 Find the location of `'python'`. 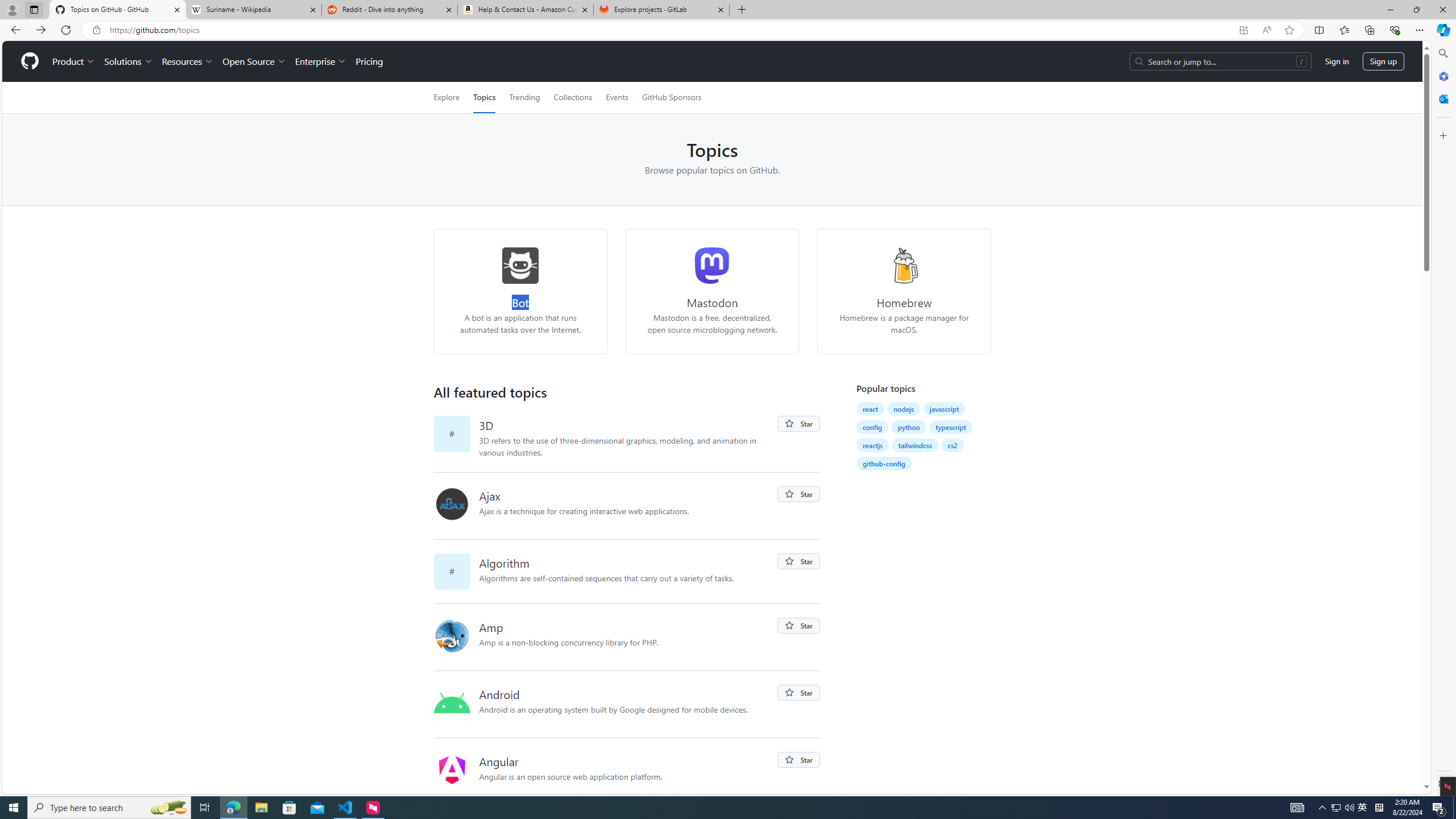

'python' is located at coordinates (908, 427).